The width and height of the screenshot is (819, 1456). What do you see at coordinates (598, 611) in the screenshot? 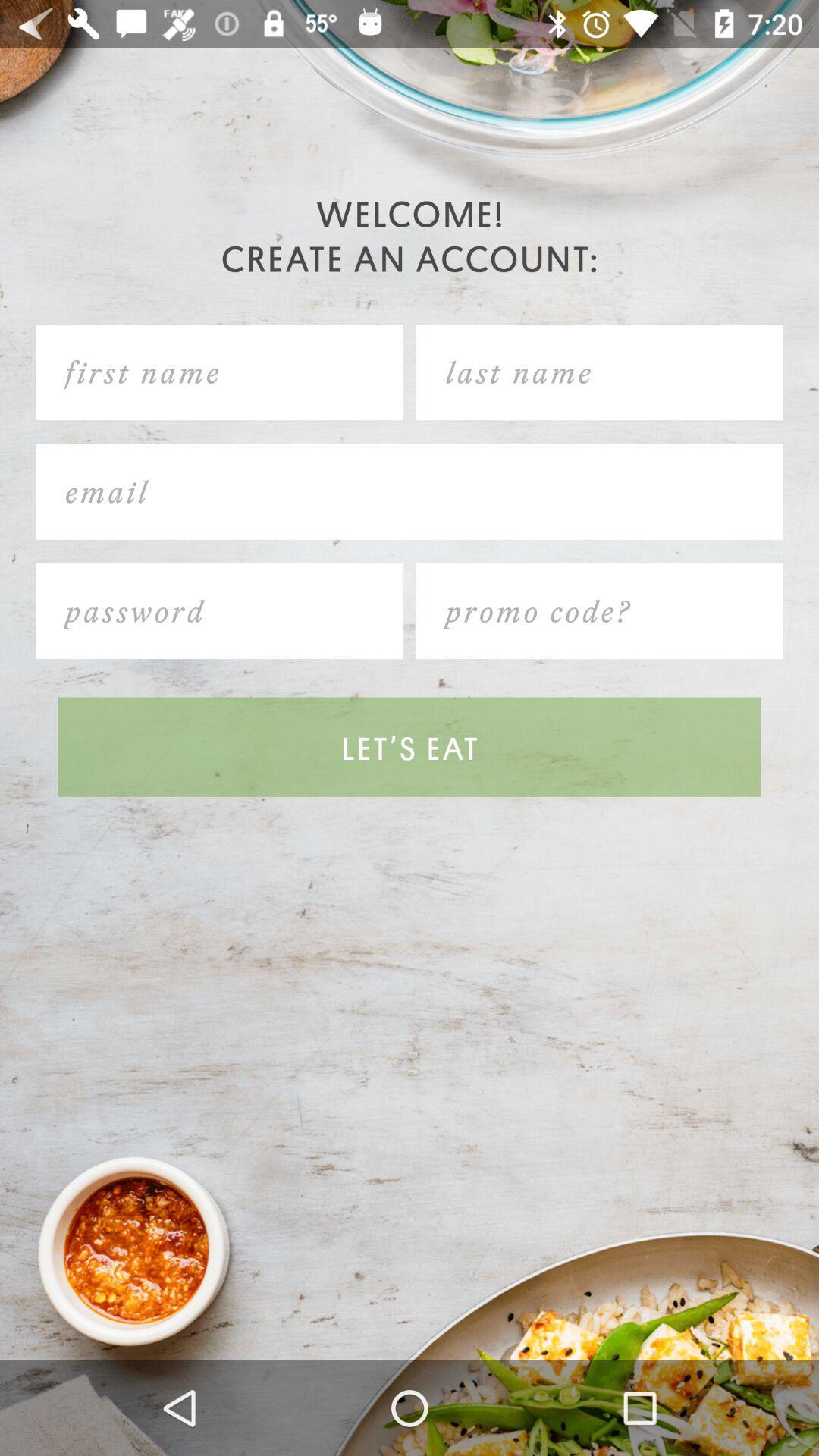
I see `promo code` at bounding box center [598, 611].